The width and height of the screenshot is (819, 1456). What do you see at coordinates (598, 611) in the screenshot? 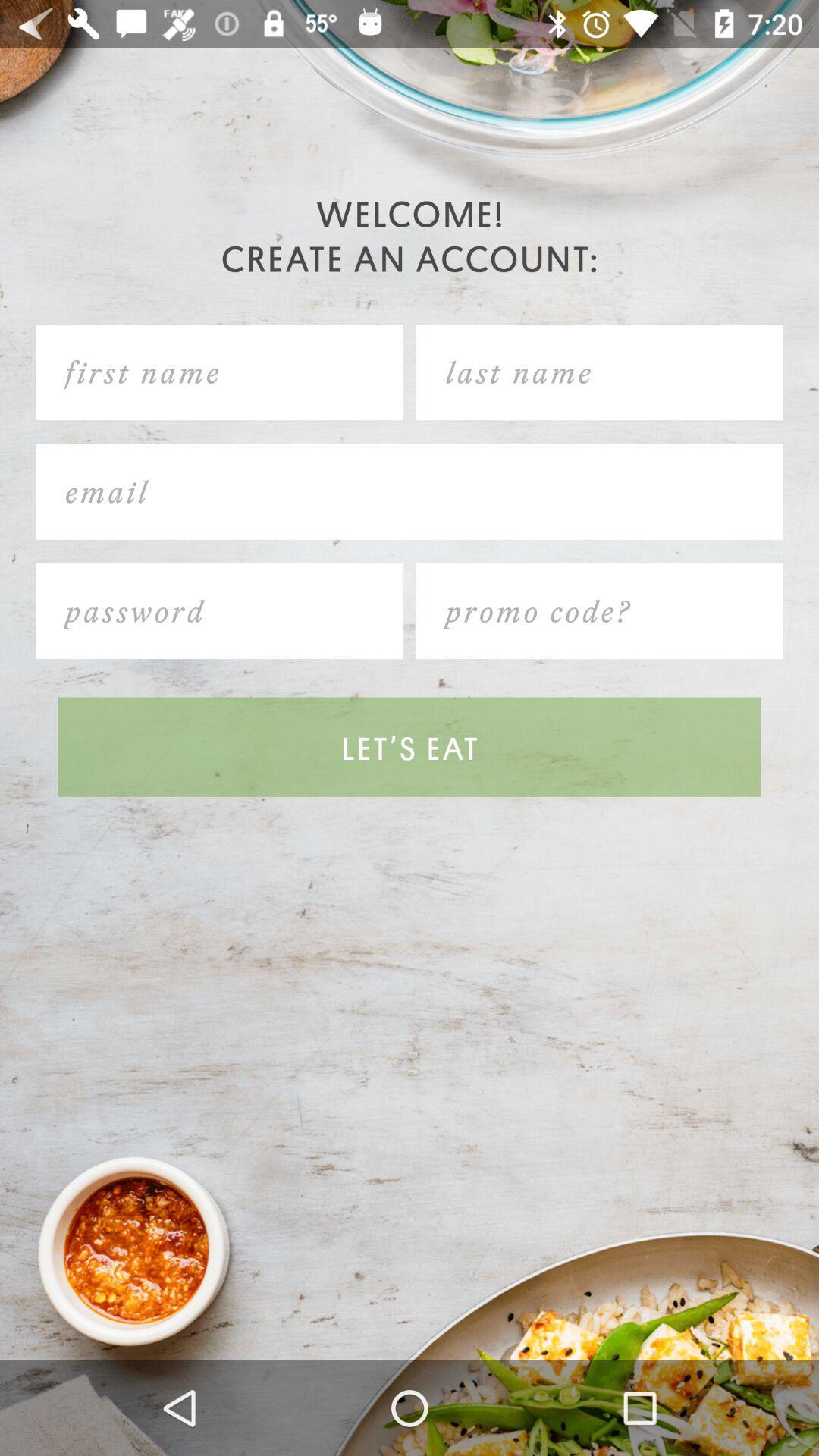
I see `promo code` at bounding box center [598, 611].